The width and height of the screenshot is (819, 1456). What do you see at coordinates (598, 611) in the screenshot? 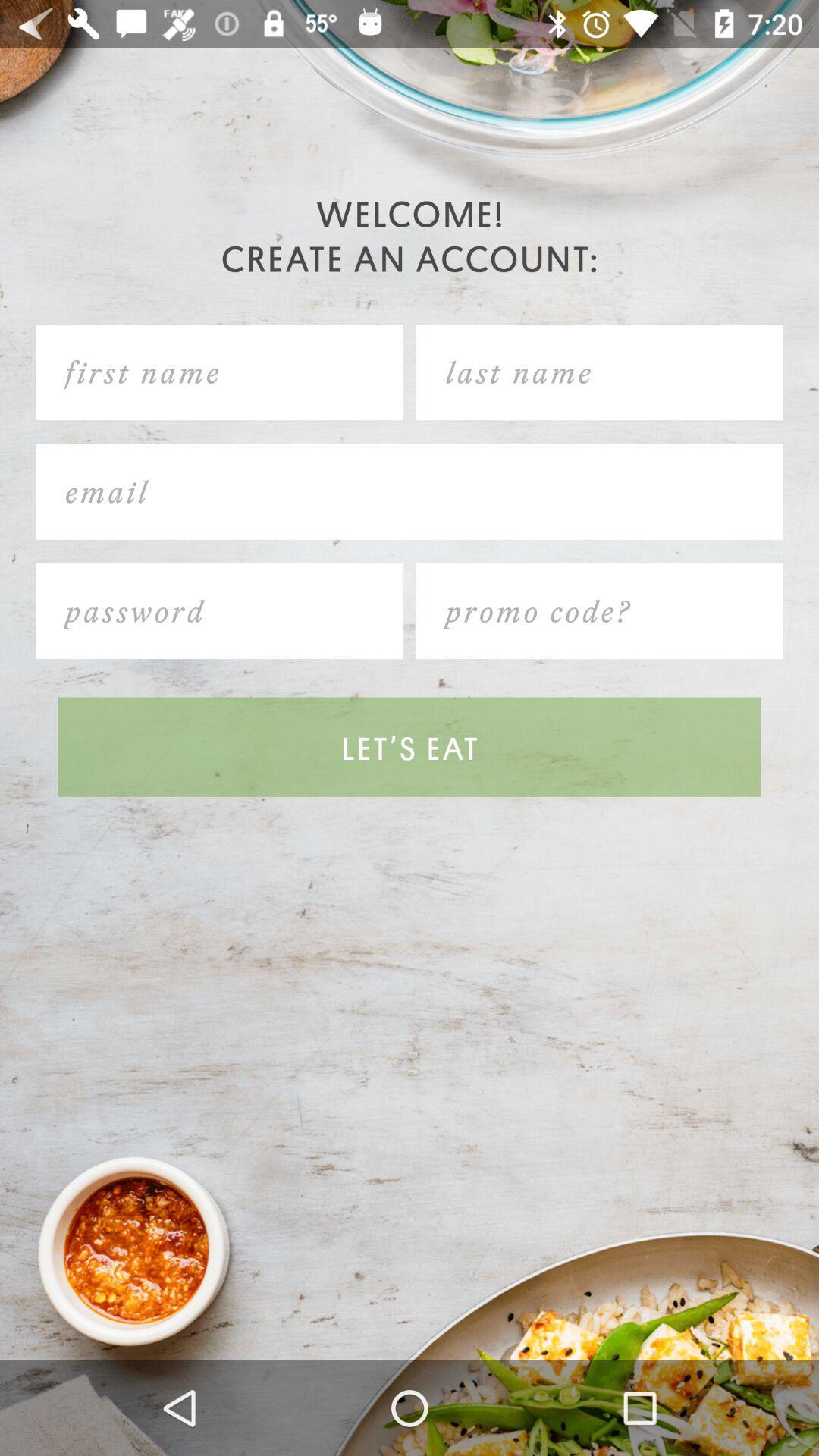
I see `promo code` at bounding box center [598, 611].